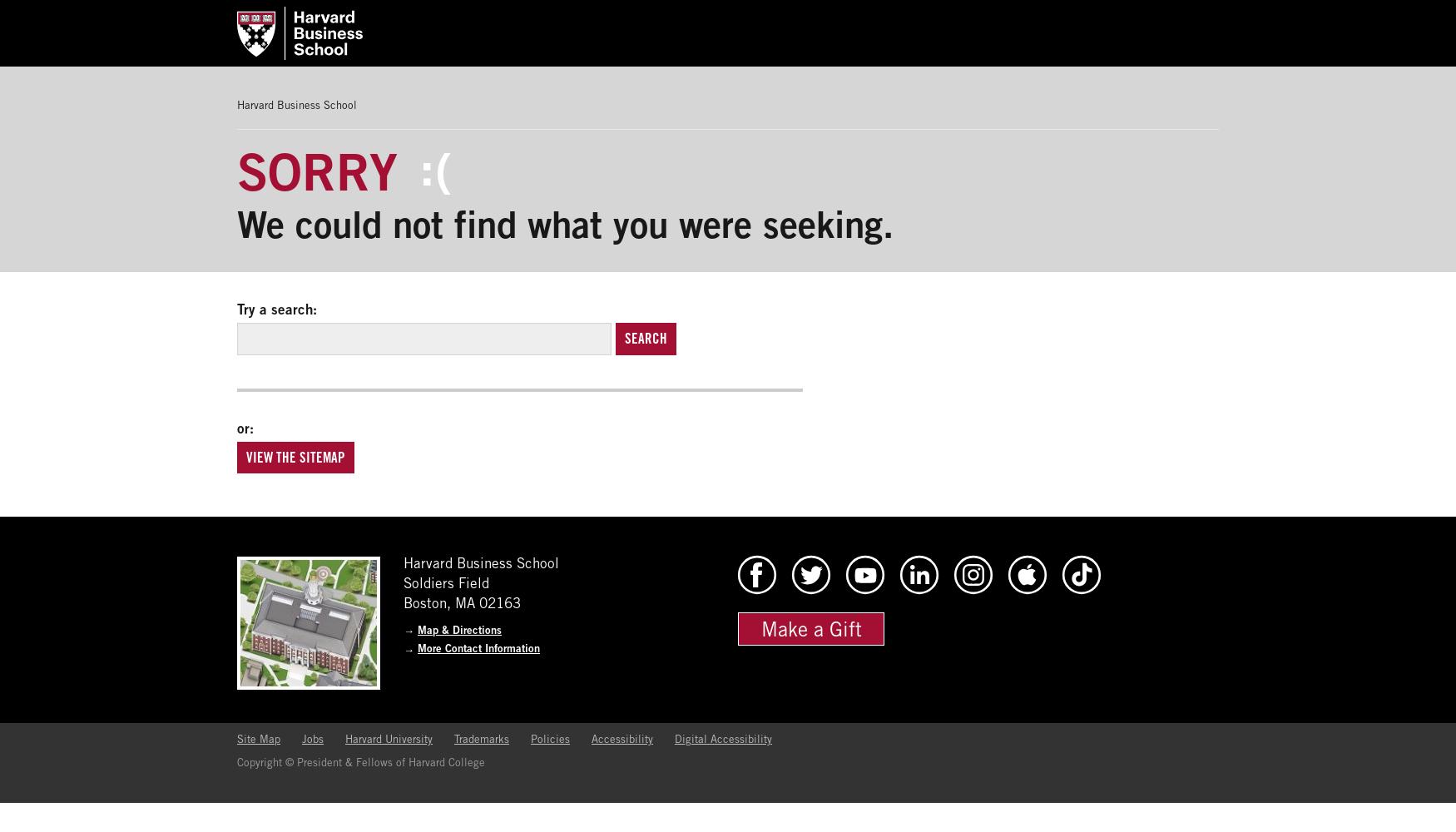 This screenshot has width=1456, height=832. What do you see at coordinates (482, 739) in the screenshot?
I see `'Trademarks'` at bounding box center [482, 739].